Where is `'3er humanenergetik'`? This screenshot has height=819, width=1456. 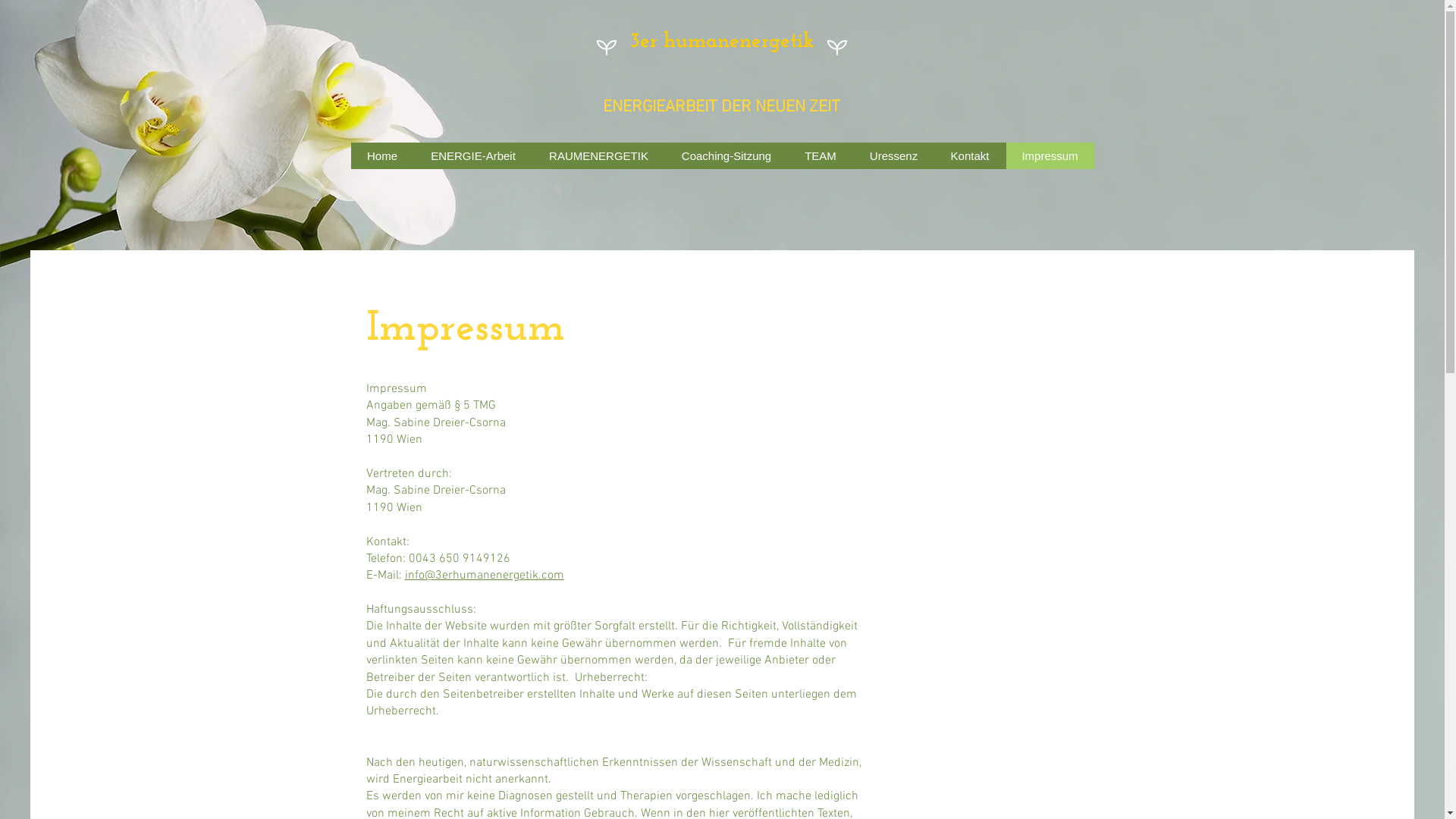
'3er humanenergetik' is located at coordinates (720, 40).